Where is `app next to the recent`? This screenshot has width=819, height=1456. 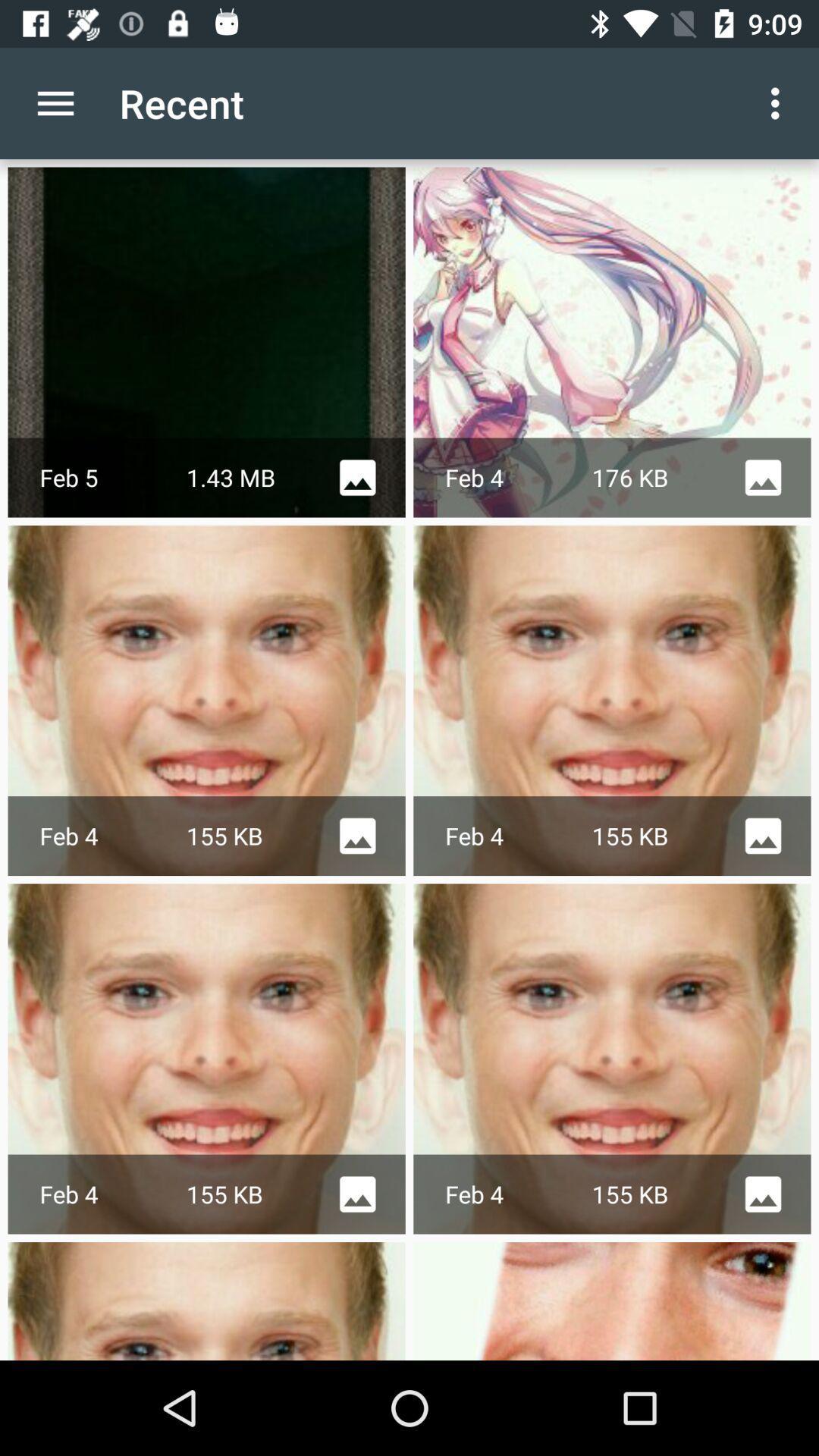 app next to the recent is located at coordinates (55, 102).